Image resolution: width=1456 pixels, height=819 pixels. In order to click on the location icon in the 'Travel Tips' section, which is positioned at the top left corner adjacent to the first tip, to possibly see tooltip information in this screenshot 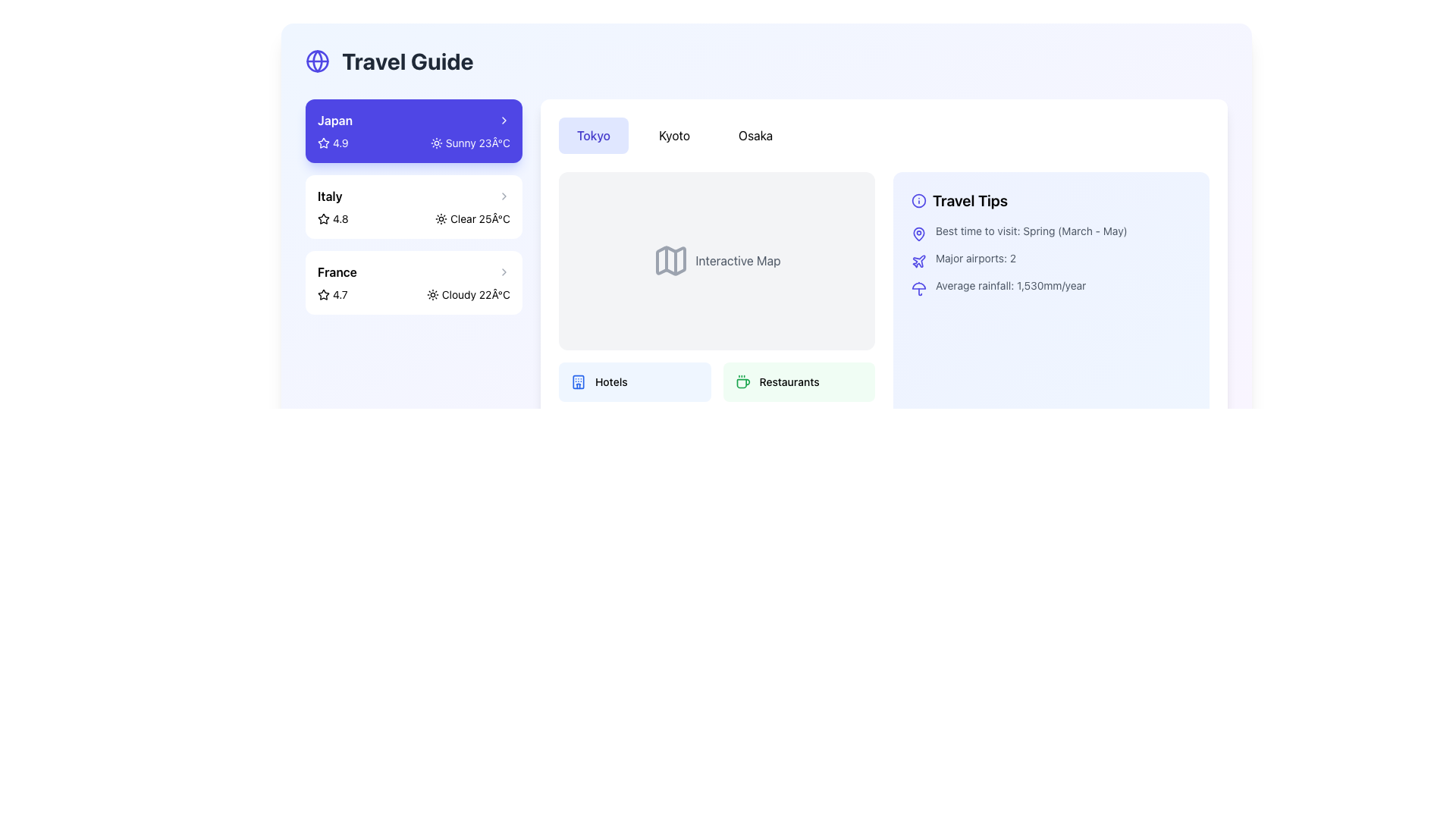, I will do `click(918, 234)`.